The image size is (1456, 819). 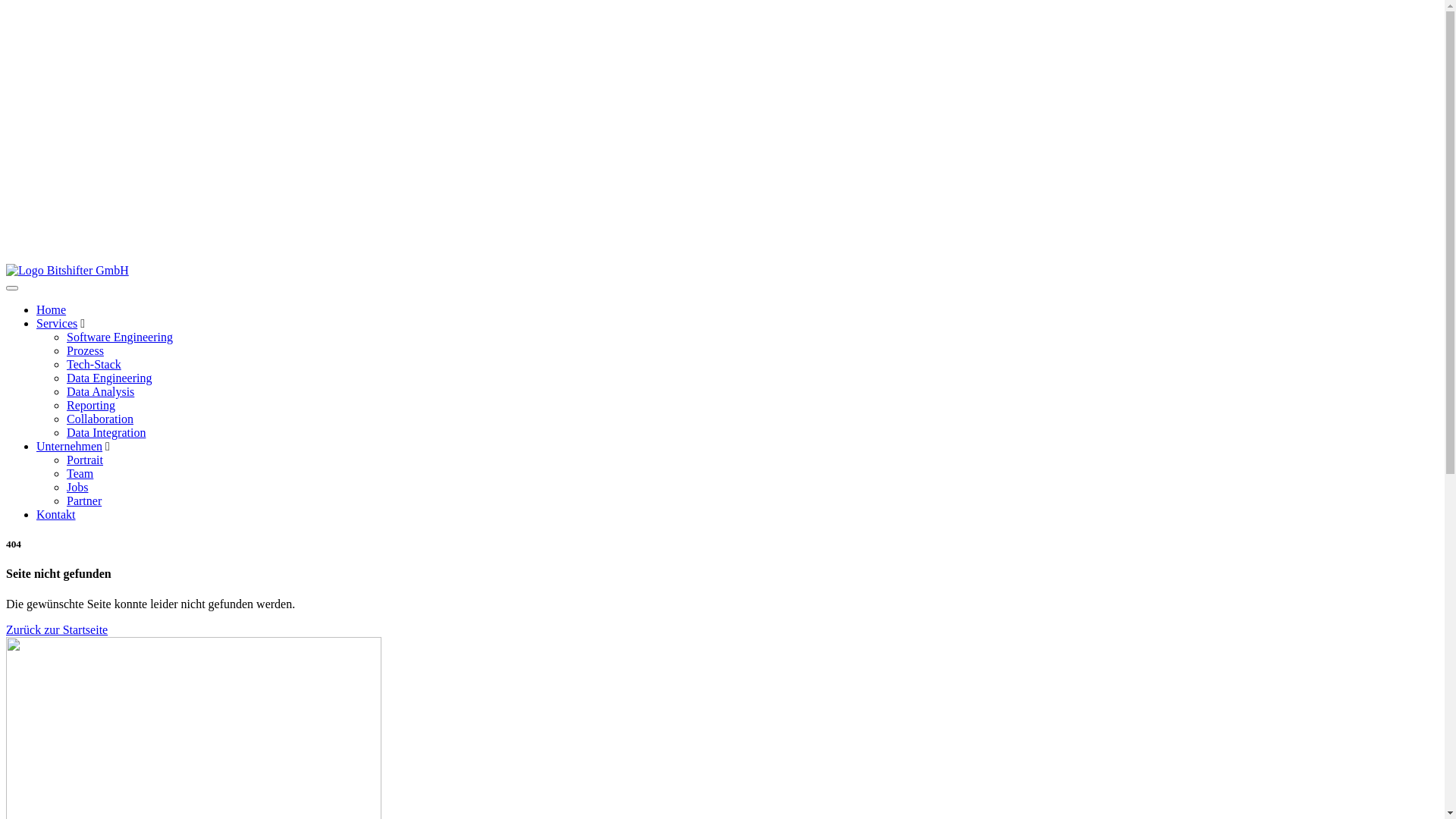 What do you see at coordinates (55, 513) in the screenshot?
I see `'Kontakt'` at bounding box center [55, 513].